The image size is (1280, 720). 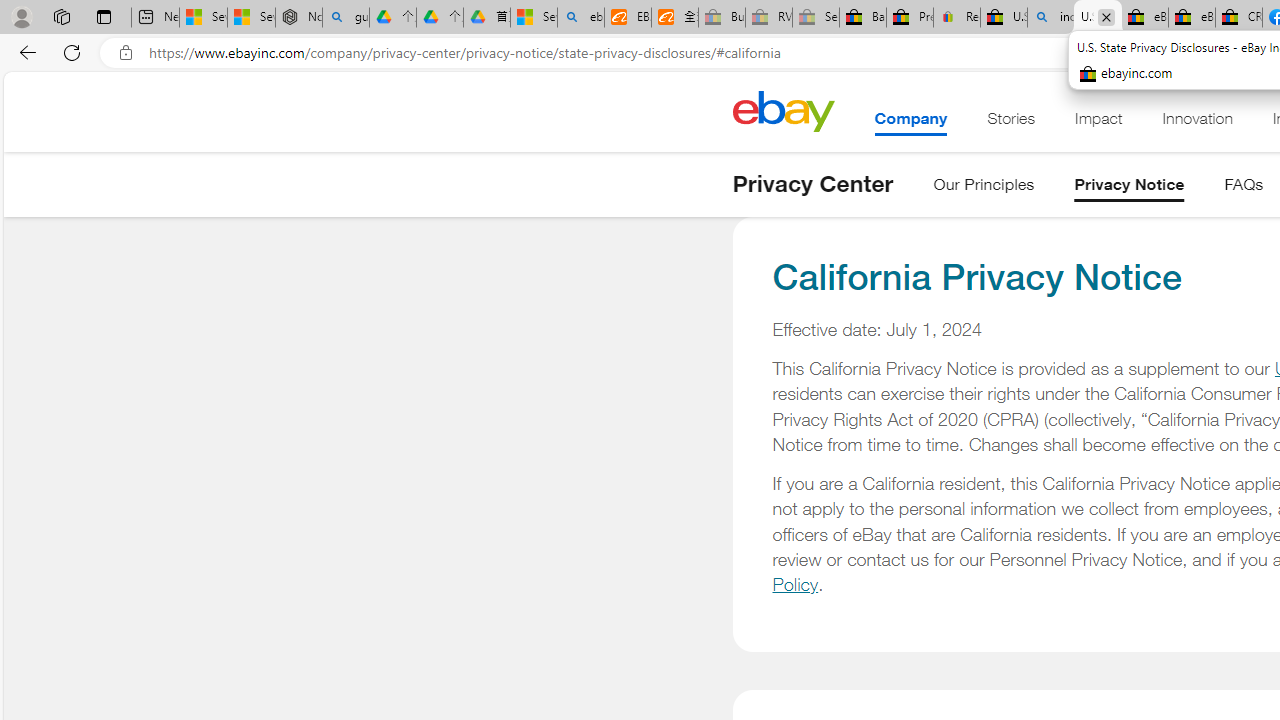 What do you see at coordinates (720, 17) in the screenshot?
I see `'Buy Auto Parts & Accessories | eBay - Sleeping'` at bounding box center [720, 17].